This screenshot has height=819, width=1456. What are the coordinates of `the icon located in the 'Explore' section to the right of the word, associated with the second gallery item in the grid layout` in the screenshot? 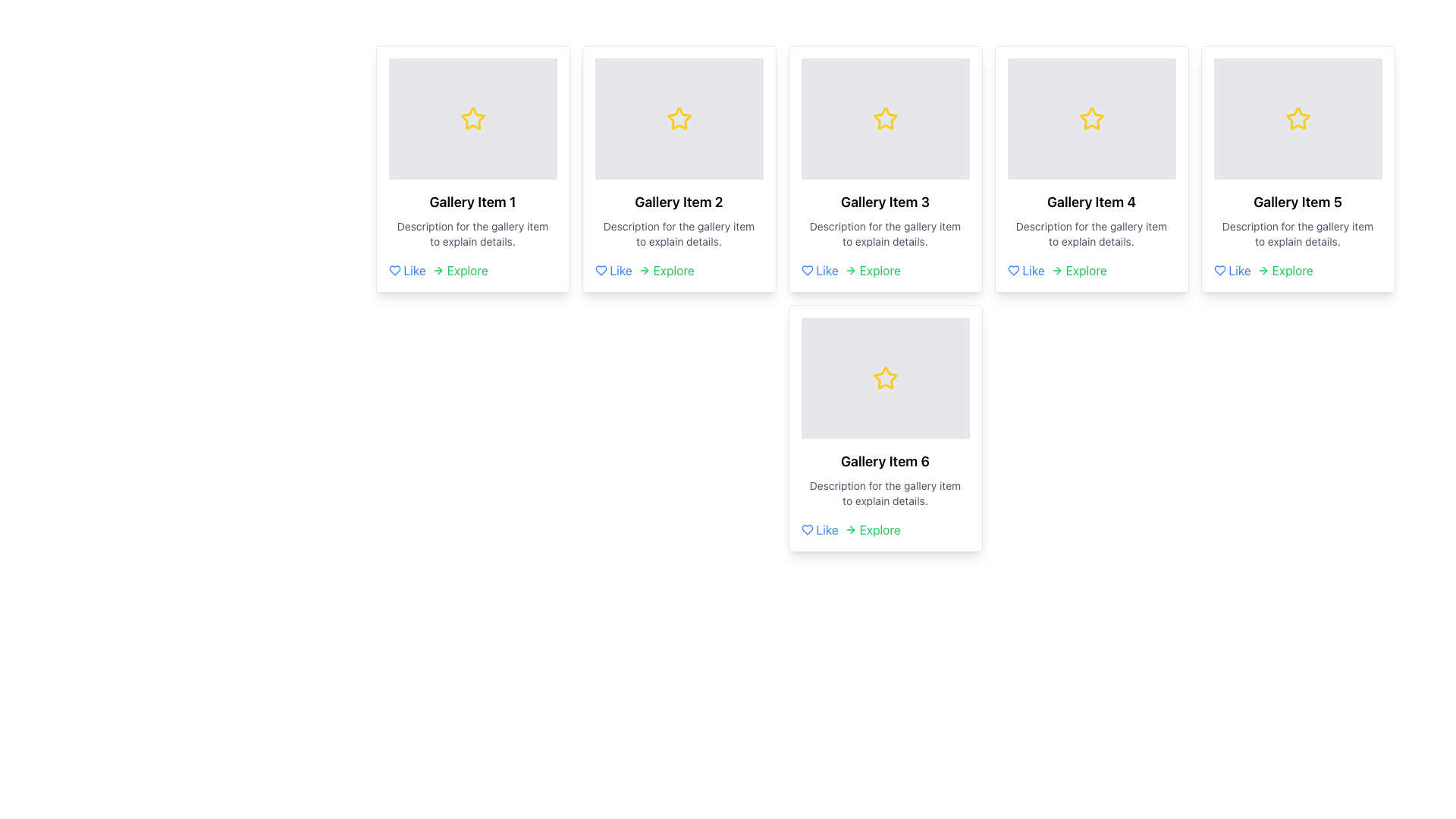 It's located at (644, 270).